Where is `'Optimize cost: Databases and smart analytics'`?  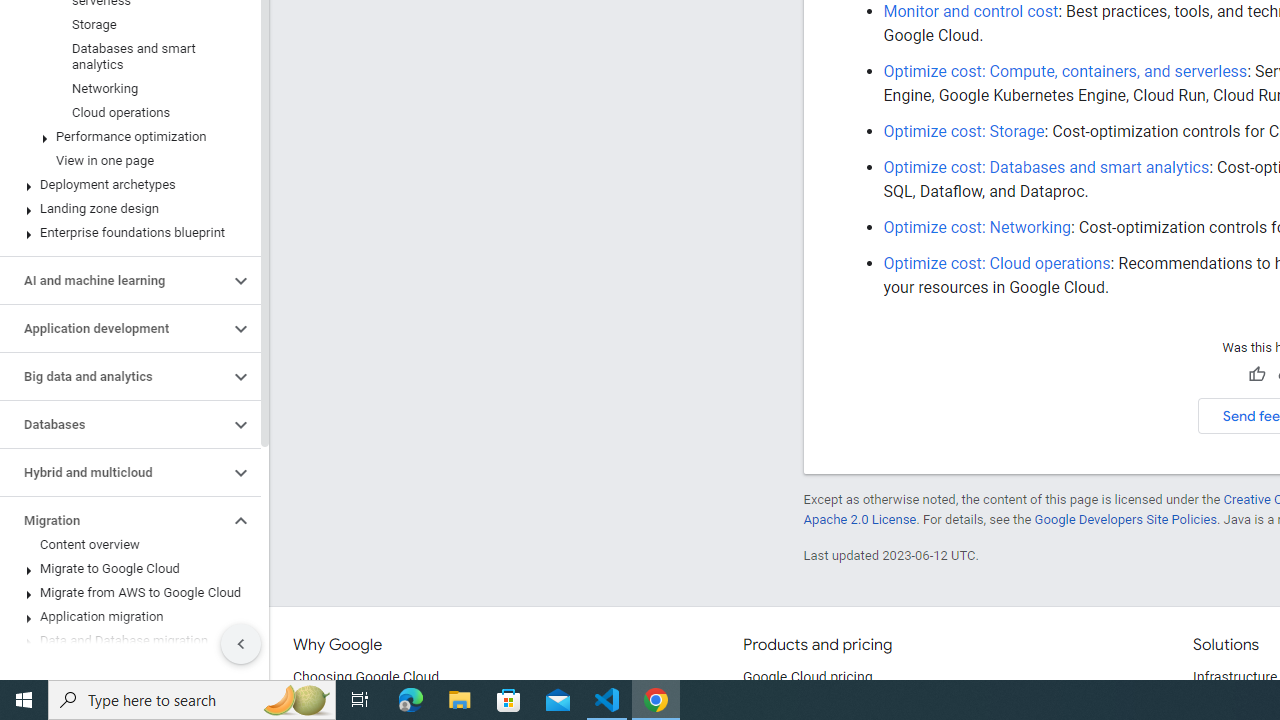 'Optimize cost: Databases and smart analytics' is located at coordinates (1045, 166).